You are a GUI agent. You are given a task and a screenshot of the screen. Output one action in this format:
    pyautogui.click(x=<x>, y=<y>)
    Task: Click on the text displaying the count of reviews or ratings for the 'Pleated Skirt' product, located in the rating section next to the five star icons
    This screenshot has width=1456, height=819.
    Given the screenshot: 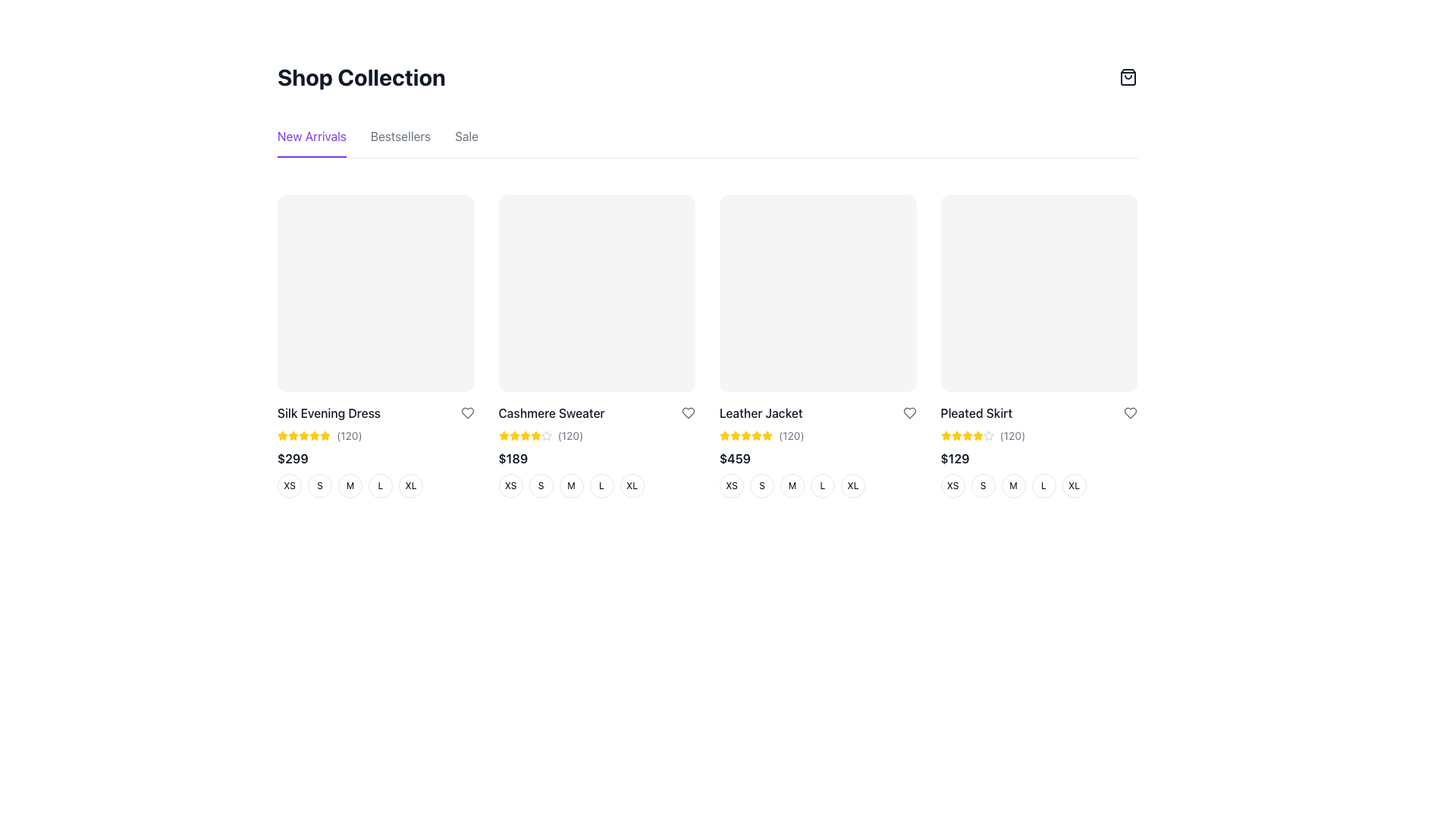 What is the action you would take?
    pyautogui.click(x=1012, y=435)
    